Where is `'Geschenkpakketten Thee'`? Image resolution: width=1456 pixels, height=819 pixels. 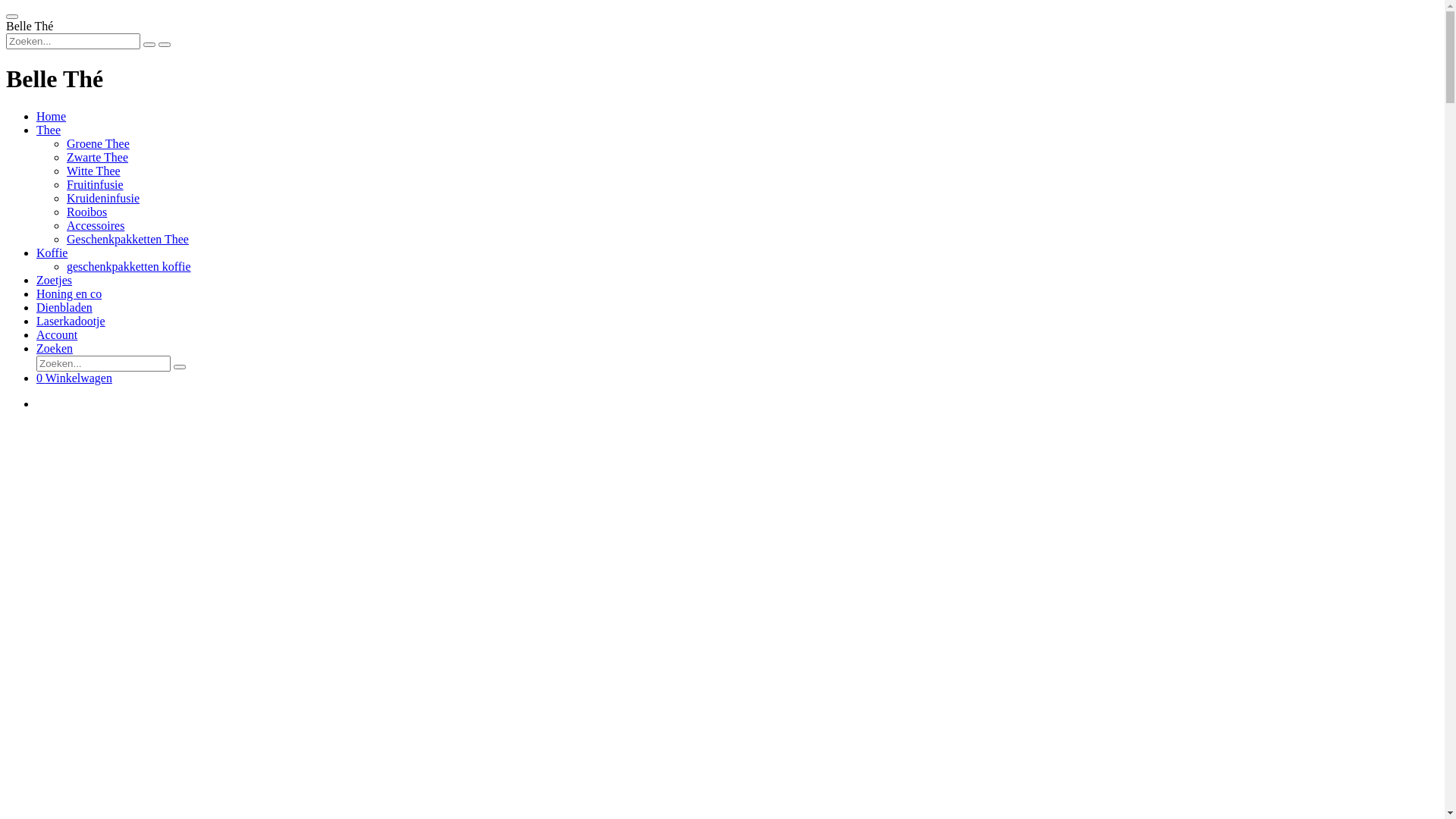 'Geschenkpakketten Thee' is located at coordinates (127, 239).